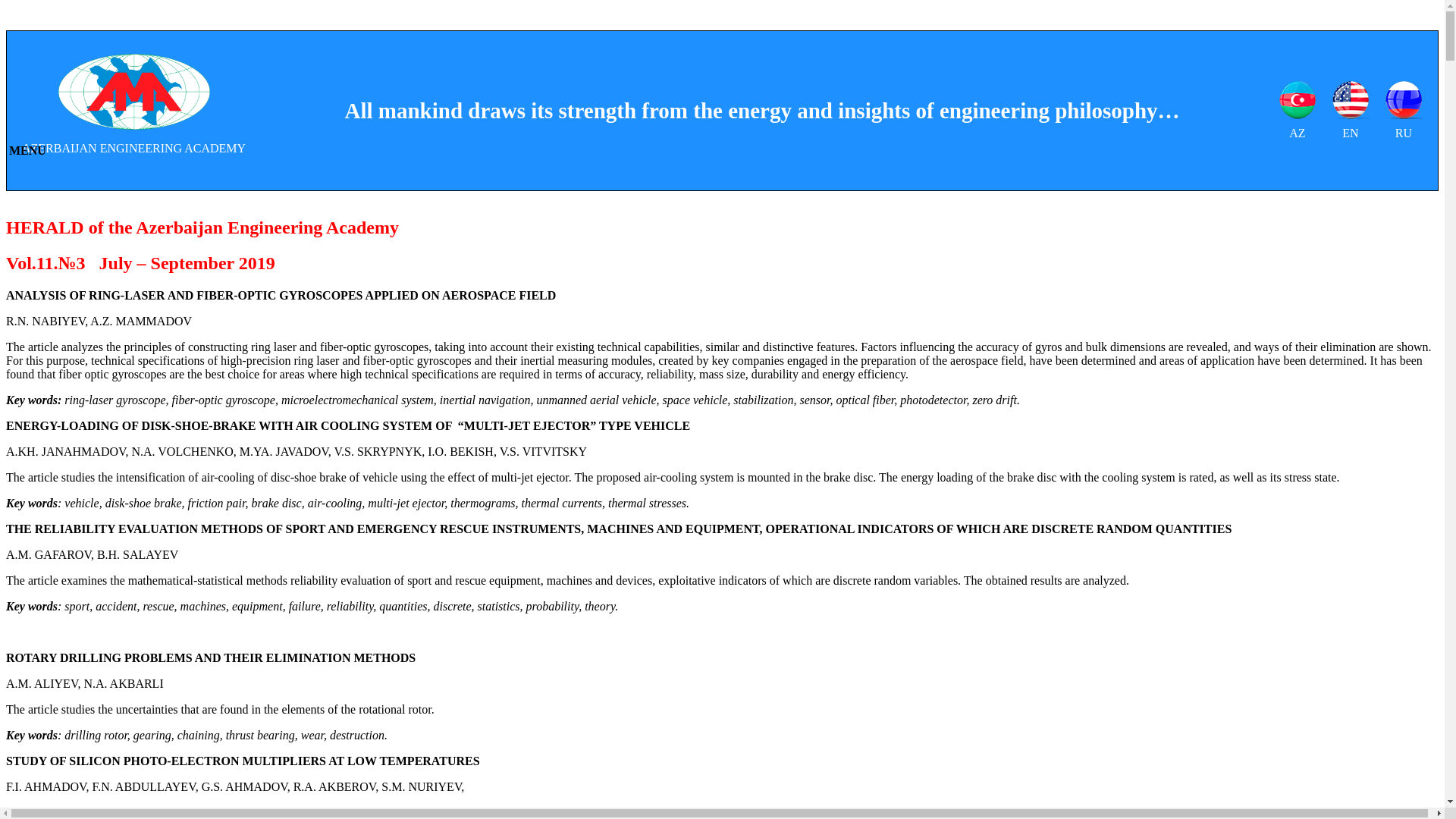 This screenshot has width=1456, height=819. Describe the element at coordinates (1296, 110) in the screenshot. I see `'AZ'` at that location.